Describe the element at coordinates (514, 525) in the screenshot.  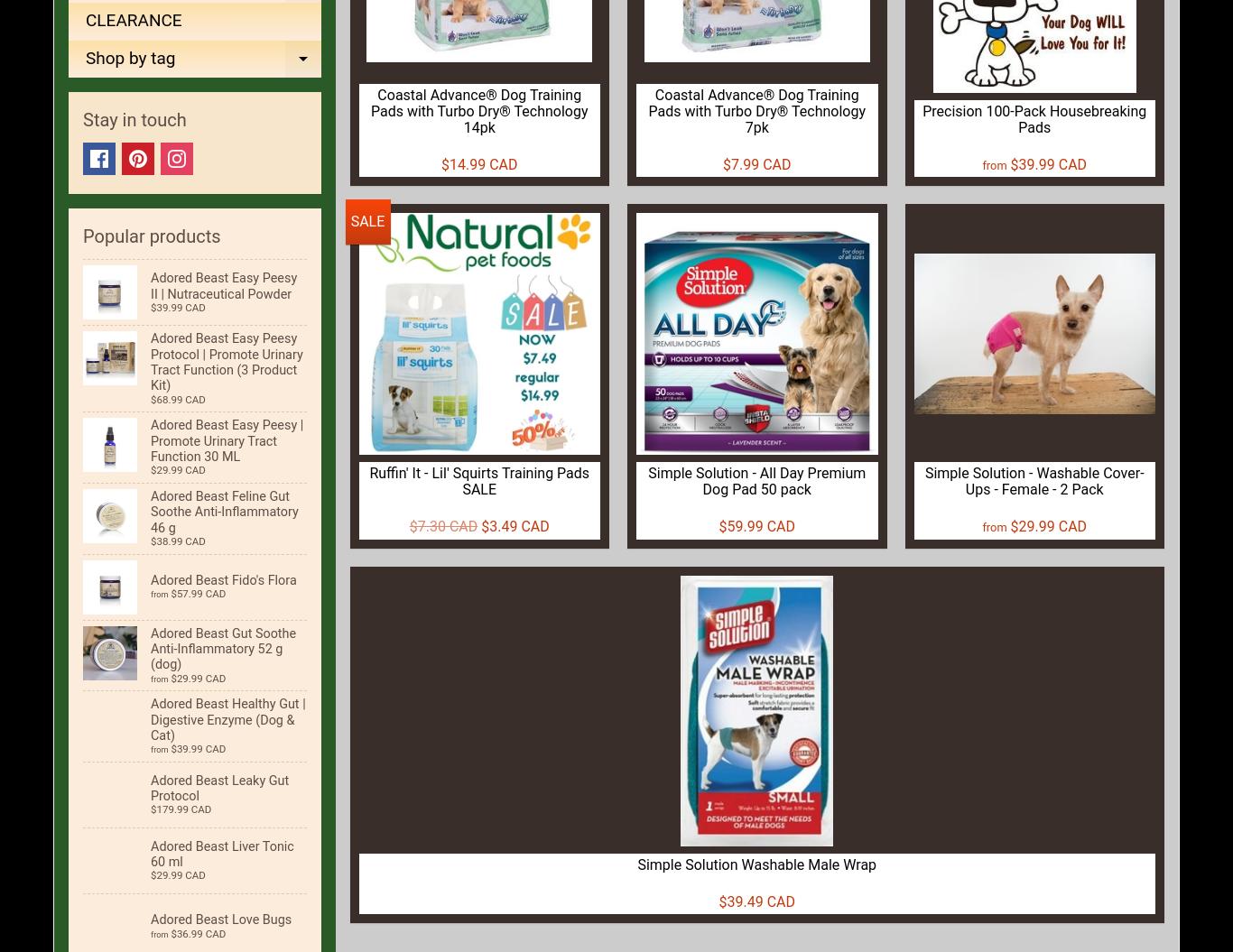
I see `'$3.49 CAD'` at that location.